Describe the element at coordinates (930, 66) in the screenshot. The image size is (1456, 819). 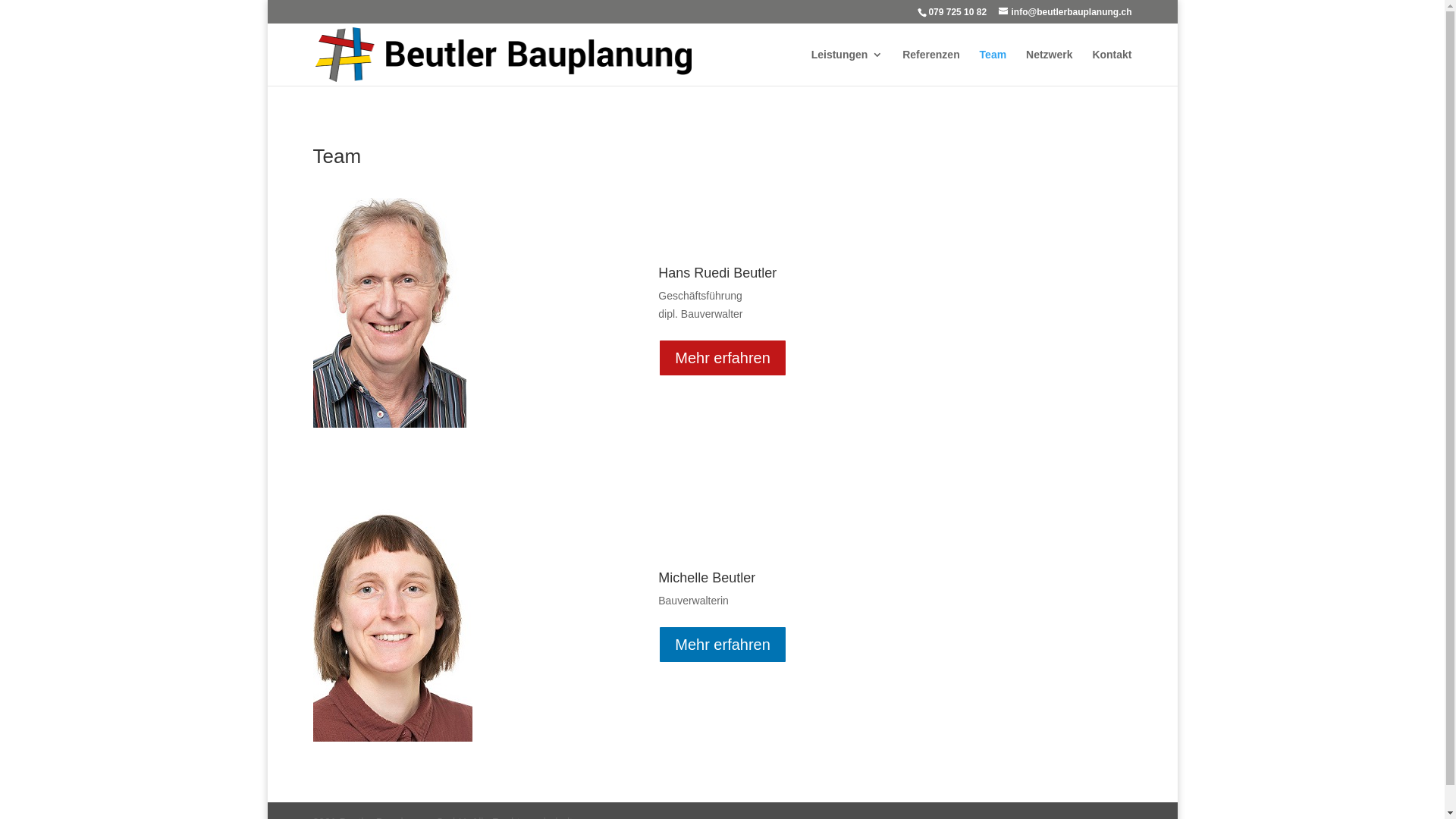
I see `'Referenzen'` at that location.